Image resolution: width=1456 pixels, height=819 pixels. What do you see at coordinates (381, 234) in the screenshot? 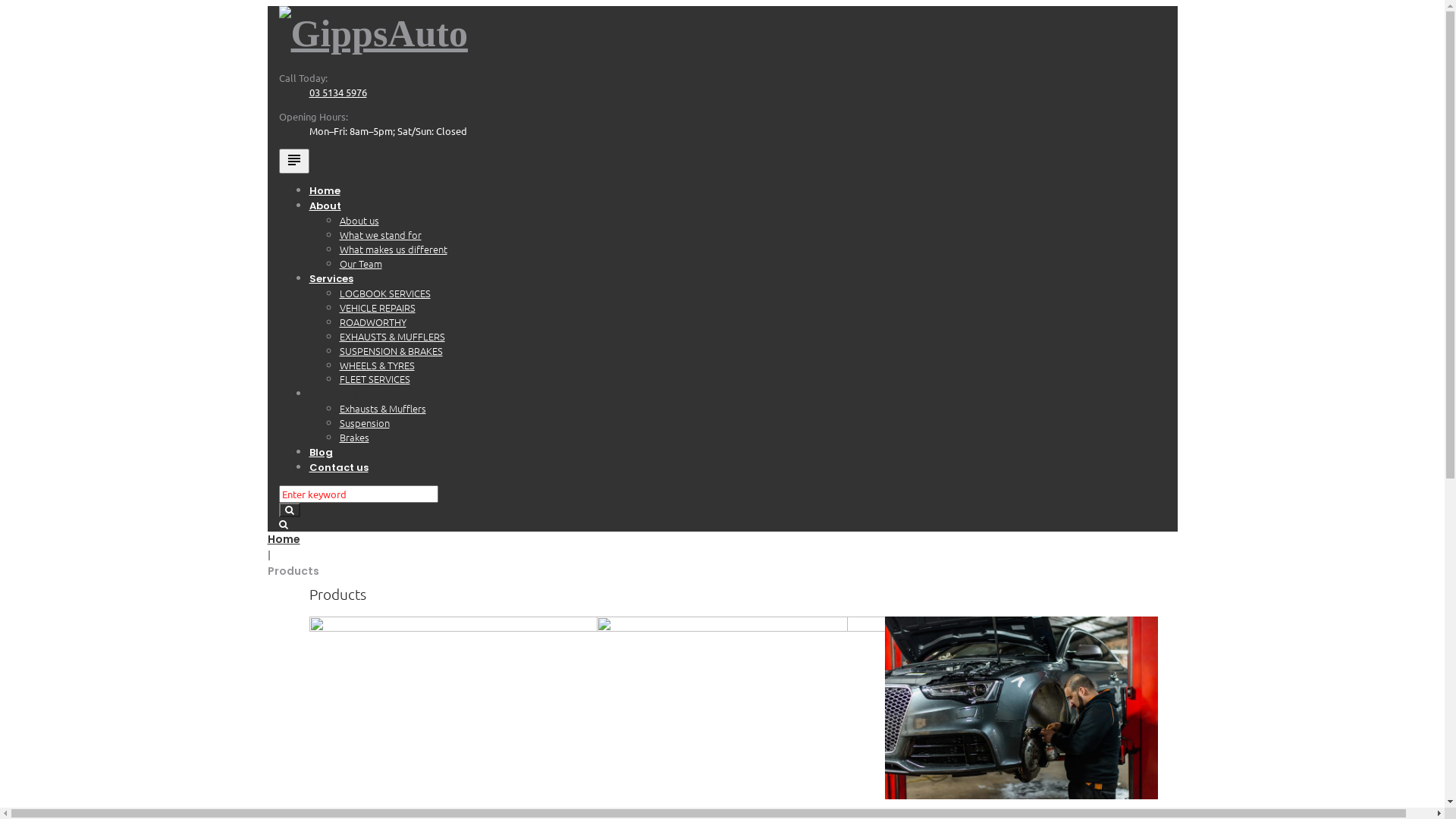
I see `'What we stand for'` at bounding box center [381, 234].